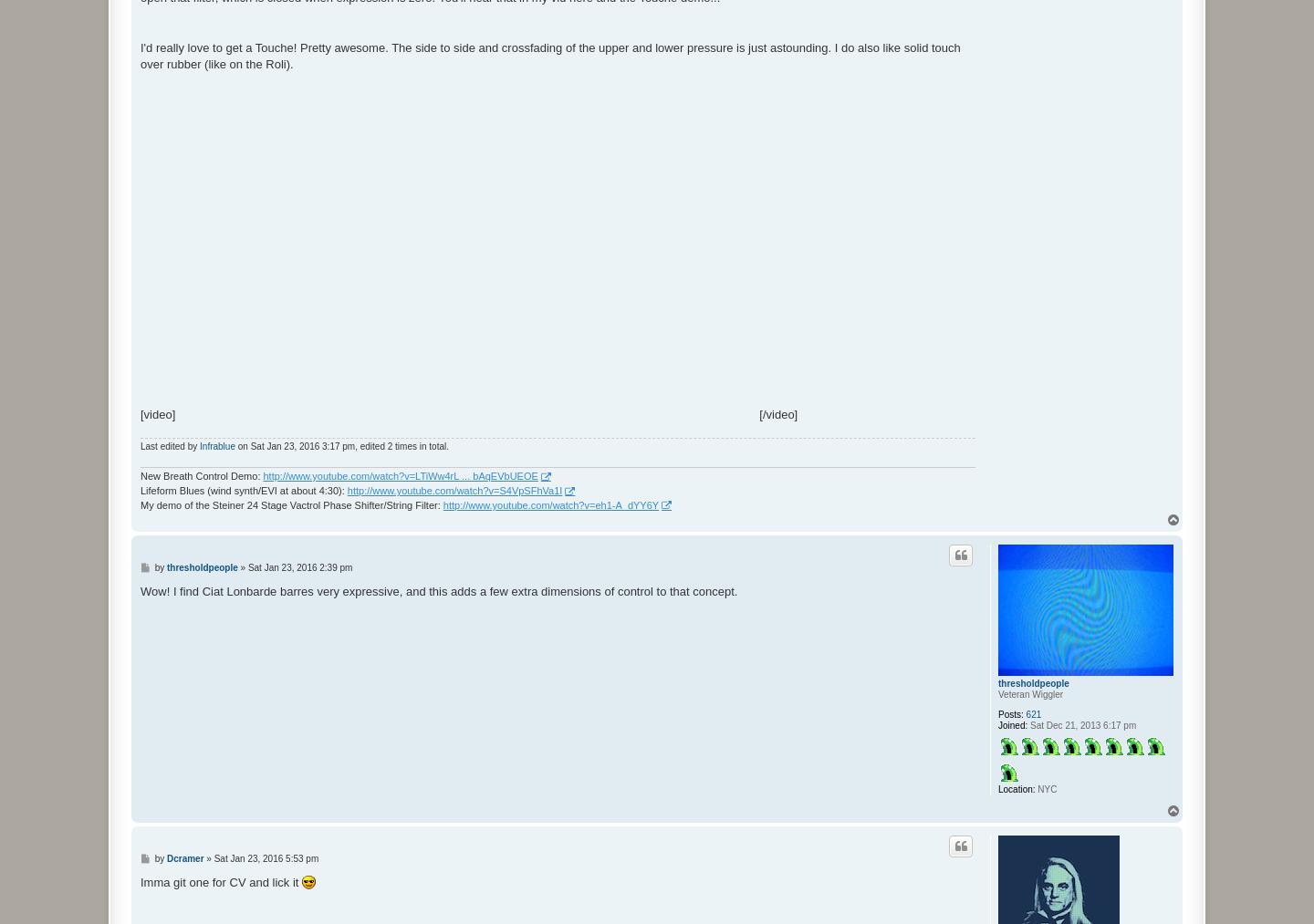 This screenshot has height=924, width=1314. I want to click on 'My demo of the Steiner 24 Stage Vactrol Phase Shifter/String Filter:', so click(291, 504).